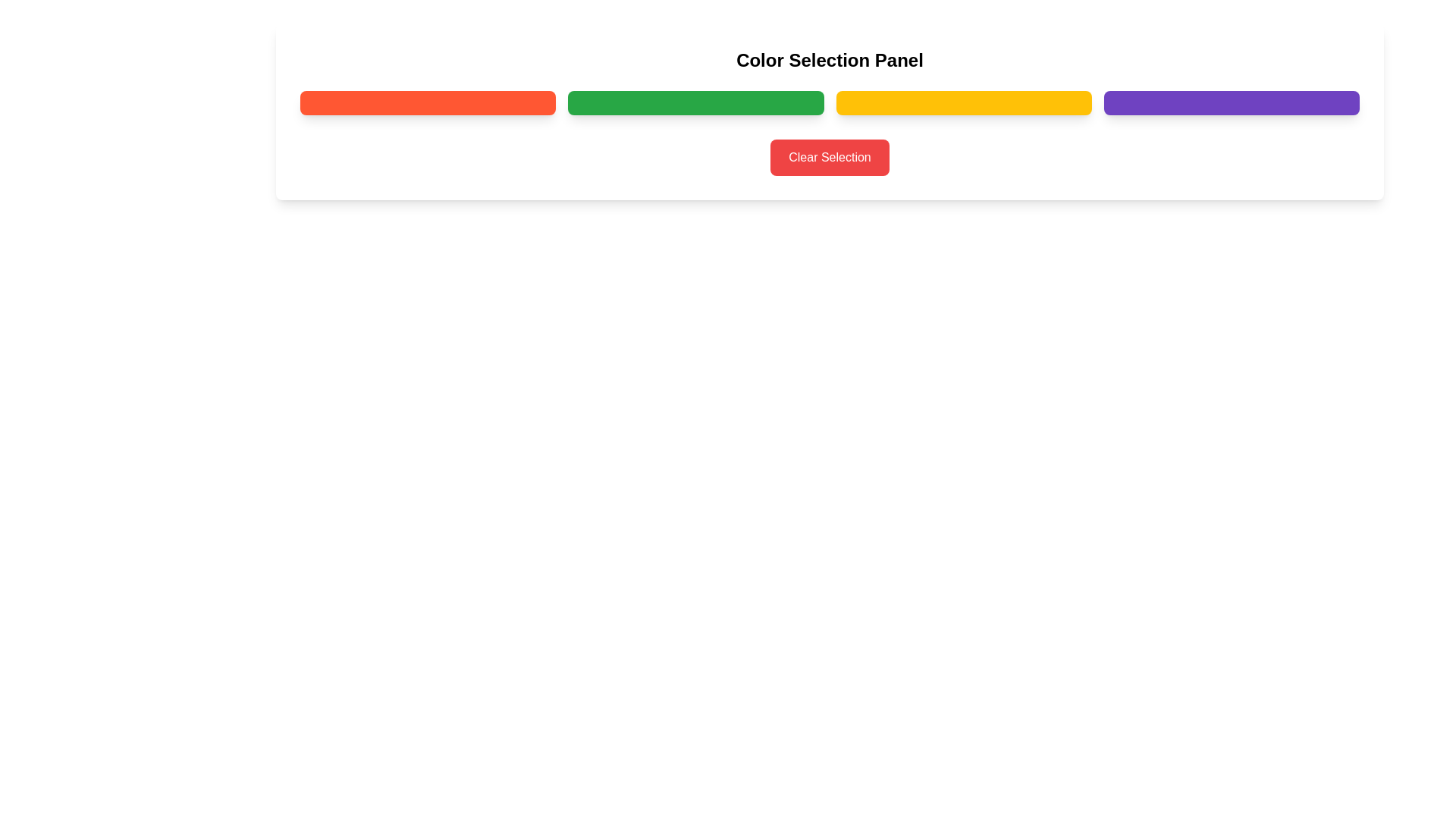 The image size is (1456, 819). What do you see at coordinates (427, 102) in the screenshot?
I see `the vibrant orange rectangular button with rounded corners located in the top-left portion of the interface` at bounding box center [427, 102].